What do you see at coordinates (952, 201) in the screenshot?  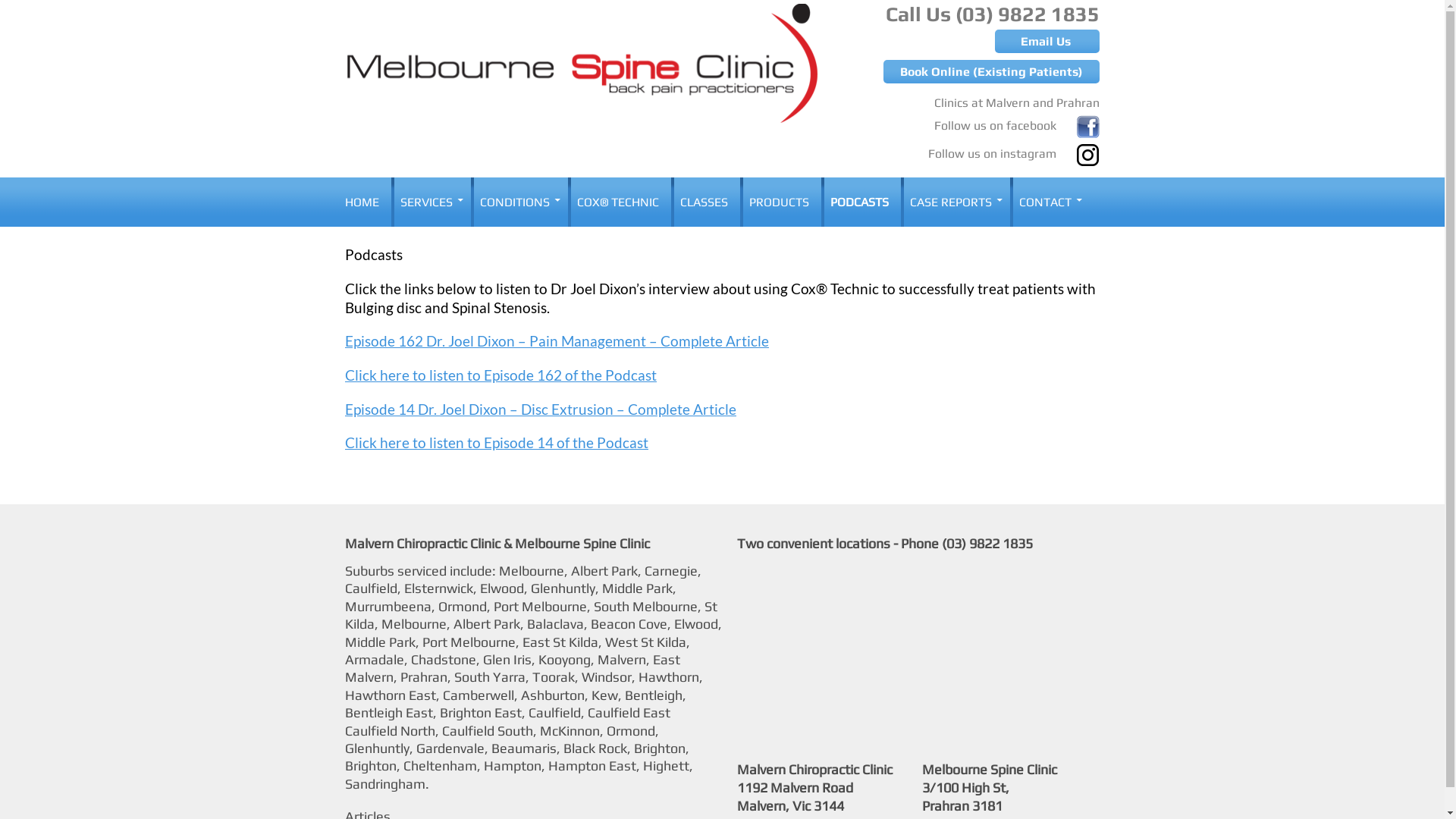 I see `'CASE REPORTS'` at bounding box center [952, 201].